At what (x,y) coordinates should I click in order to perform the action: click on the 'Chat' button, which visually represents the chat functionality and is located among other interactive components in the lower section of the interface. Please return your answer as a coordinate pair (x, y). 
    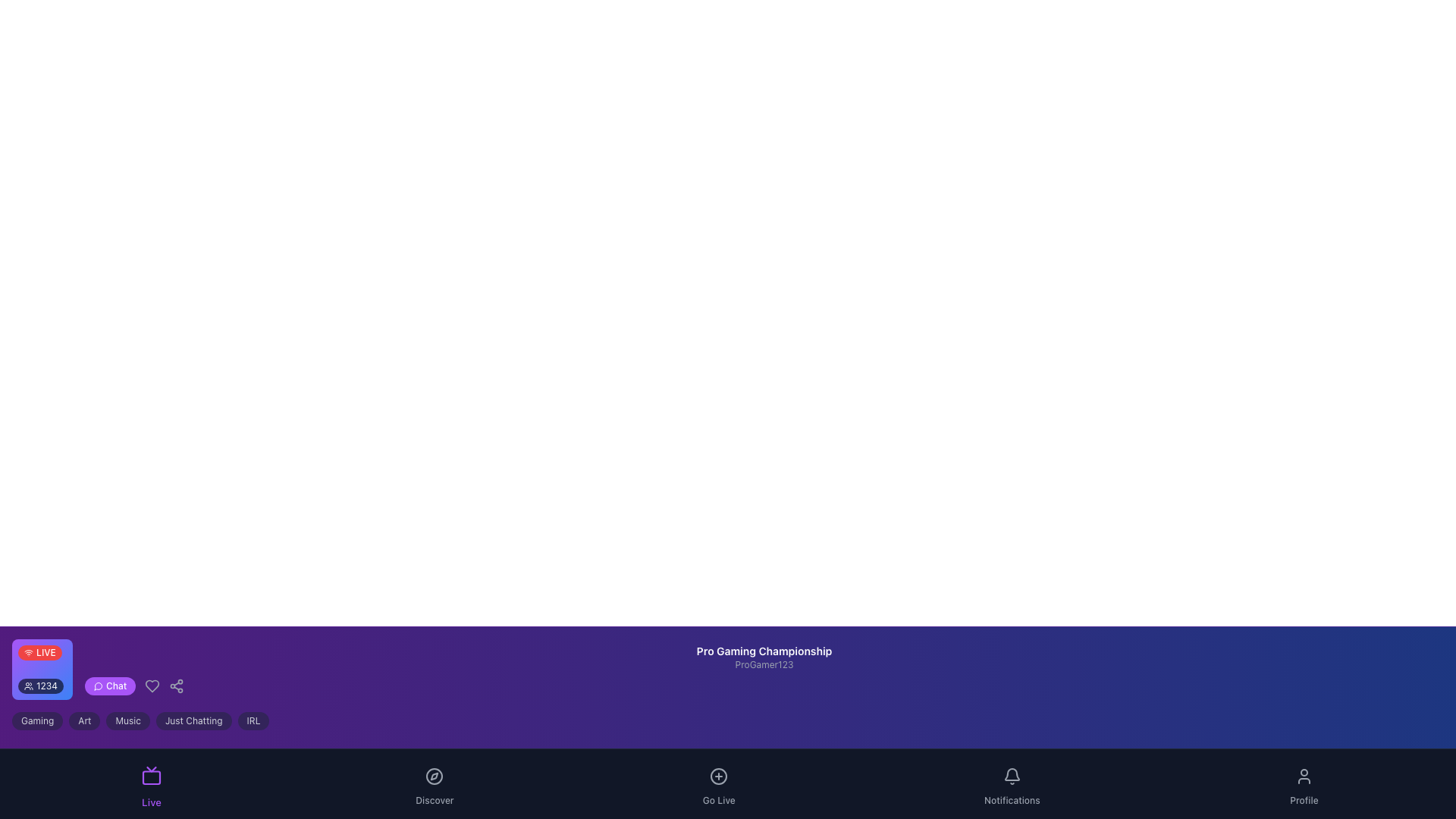
    Looking at the image, I should click on (97, 686).